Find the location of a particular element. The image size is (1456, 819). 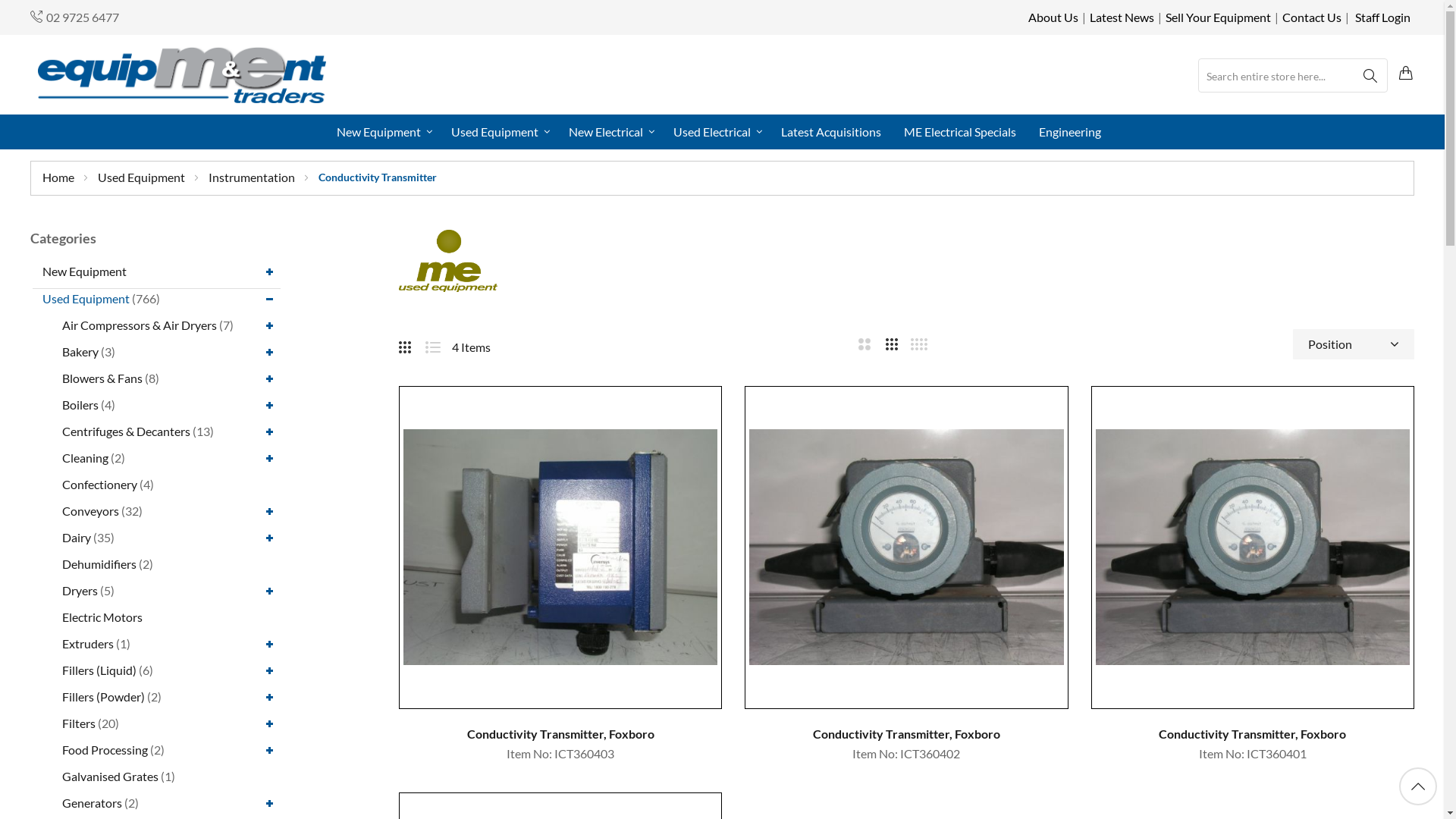

'Boilers' is located at coordinates (61, 403).